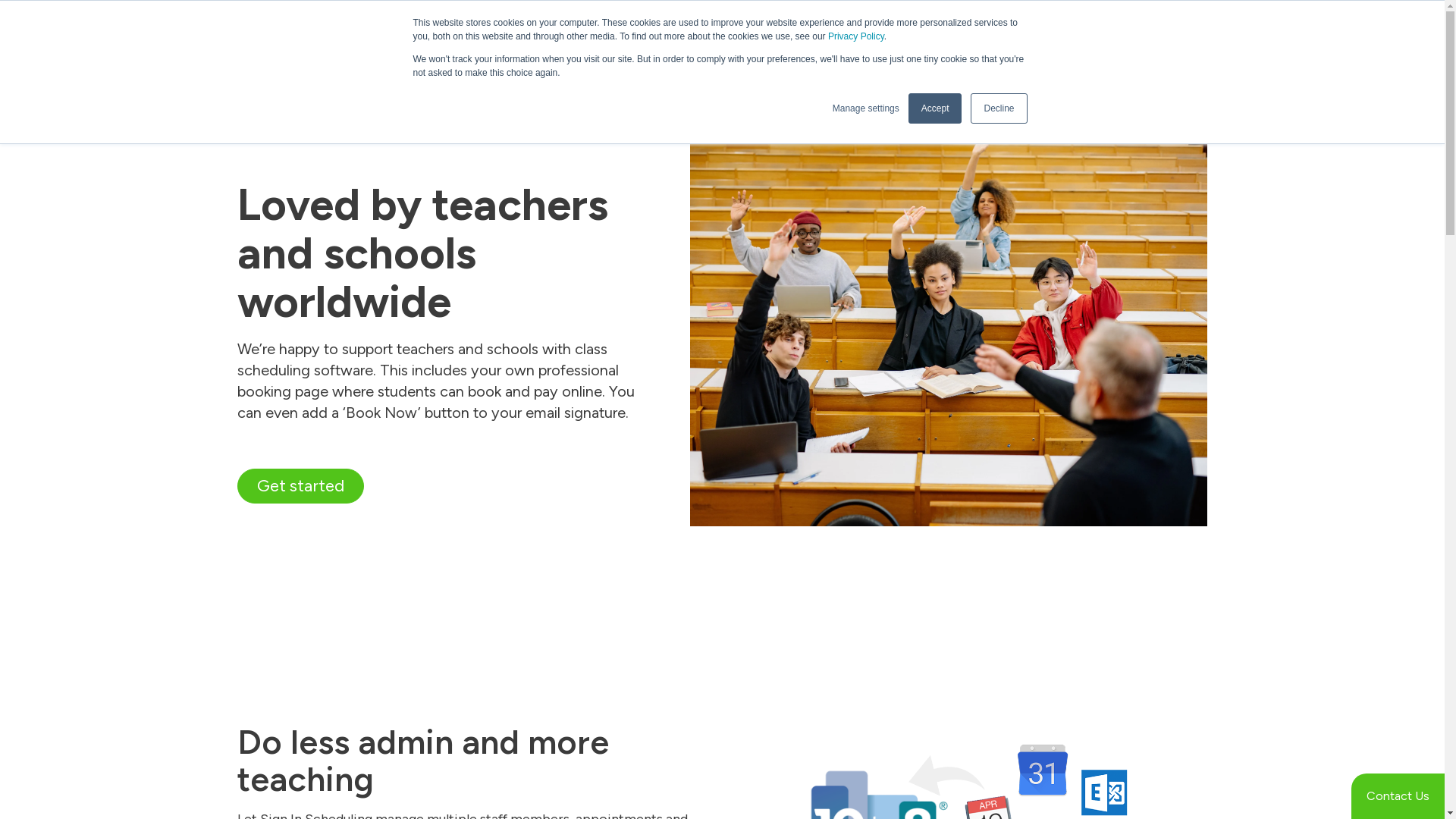  Describe the element at coordinates (1059, 65) in the screenshot. I see `'Book a call'` at that location.